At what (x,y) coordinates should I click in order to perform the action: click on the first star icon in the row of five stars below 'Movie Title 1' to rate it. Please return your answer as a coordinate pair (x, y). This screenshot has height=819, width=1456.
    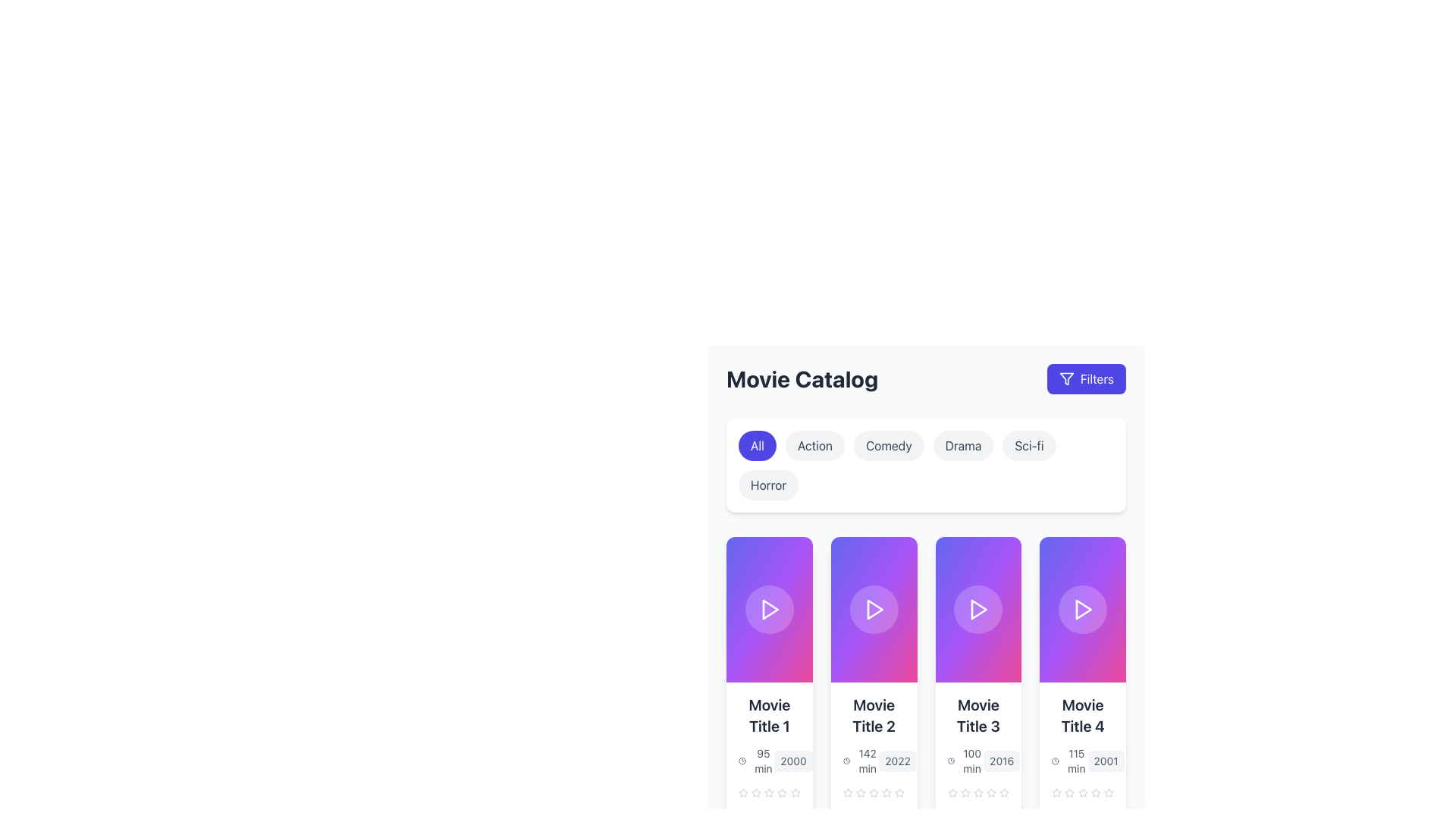
    Looking at the image, I should click on (743, 792).